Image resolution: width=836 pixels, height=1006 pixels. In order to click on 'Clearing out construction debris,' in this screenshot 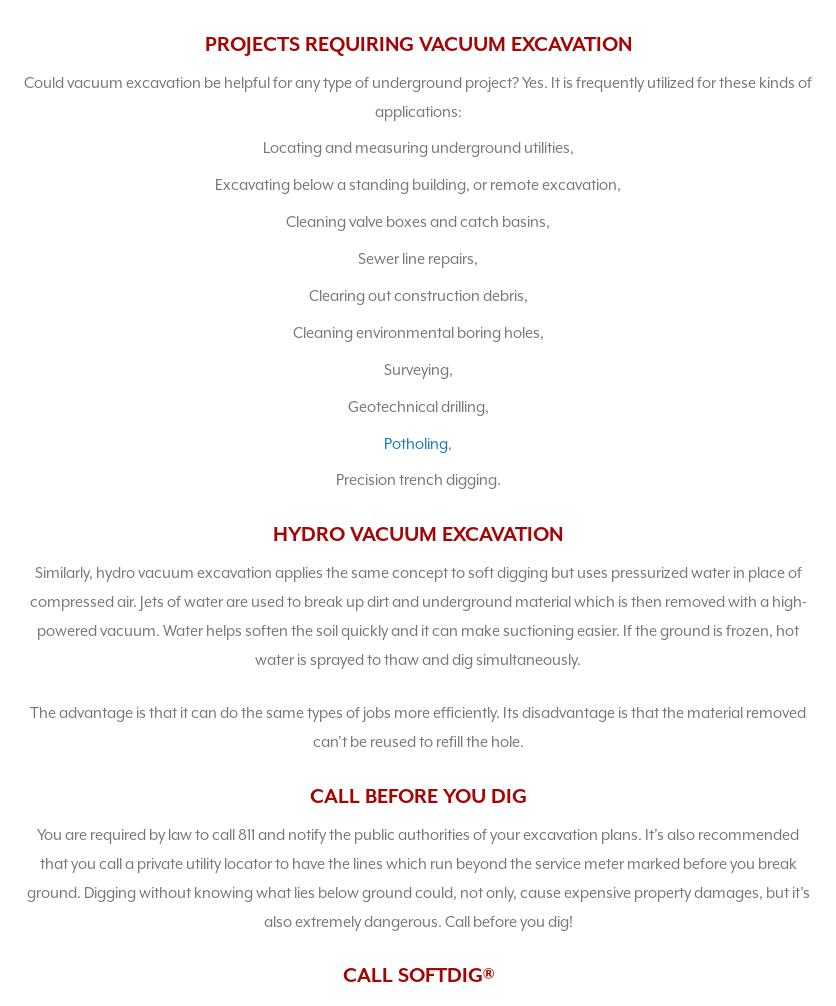, I will do `click(416, 293)`.